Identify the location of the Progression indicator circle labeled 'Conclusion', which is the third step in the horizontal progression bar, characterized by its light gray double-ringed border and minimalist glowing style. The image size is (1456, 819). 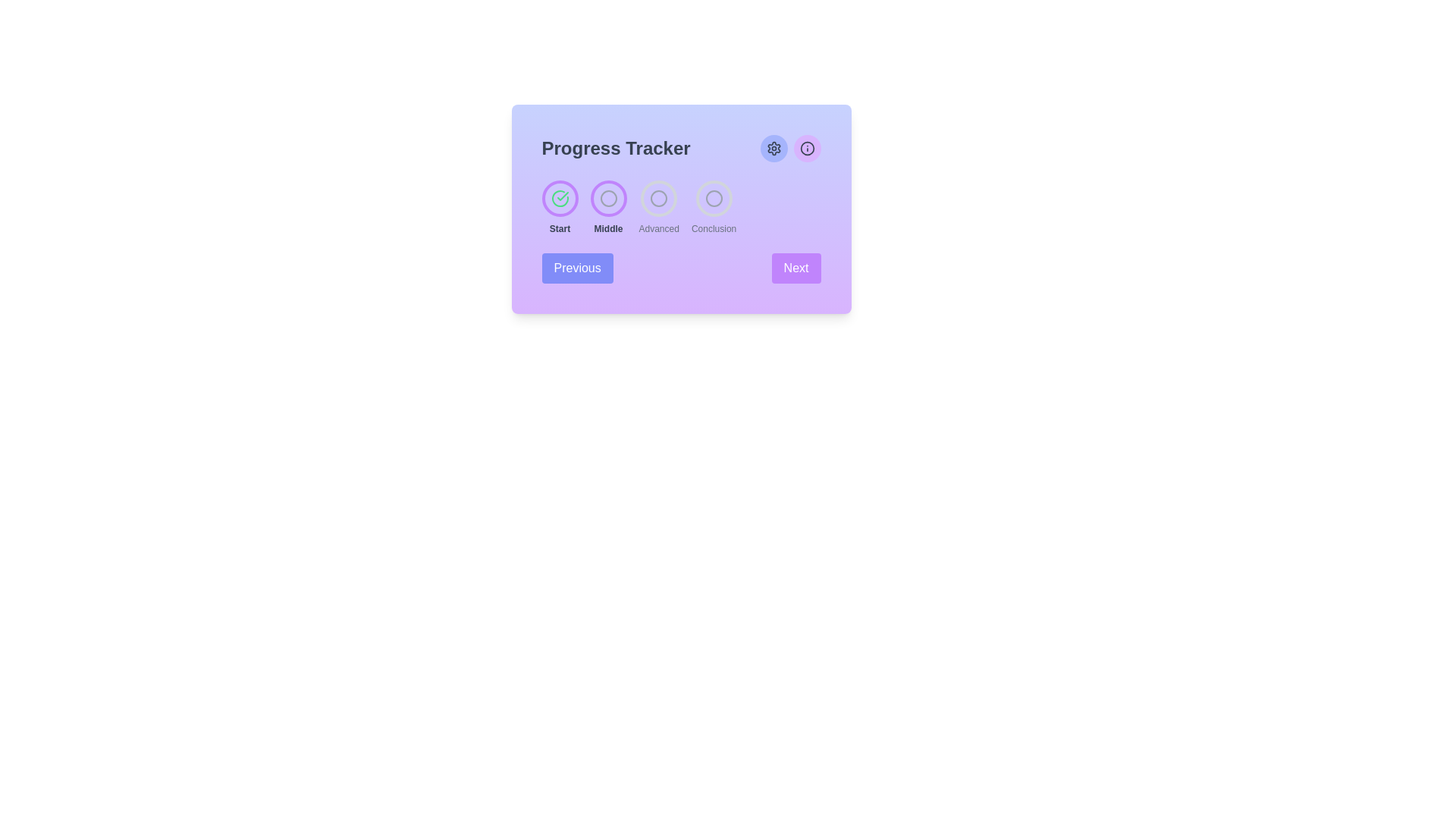
(713, 198).